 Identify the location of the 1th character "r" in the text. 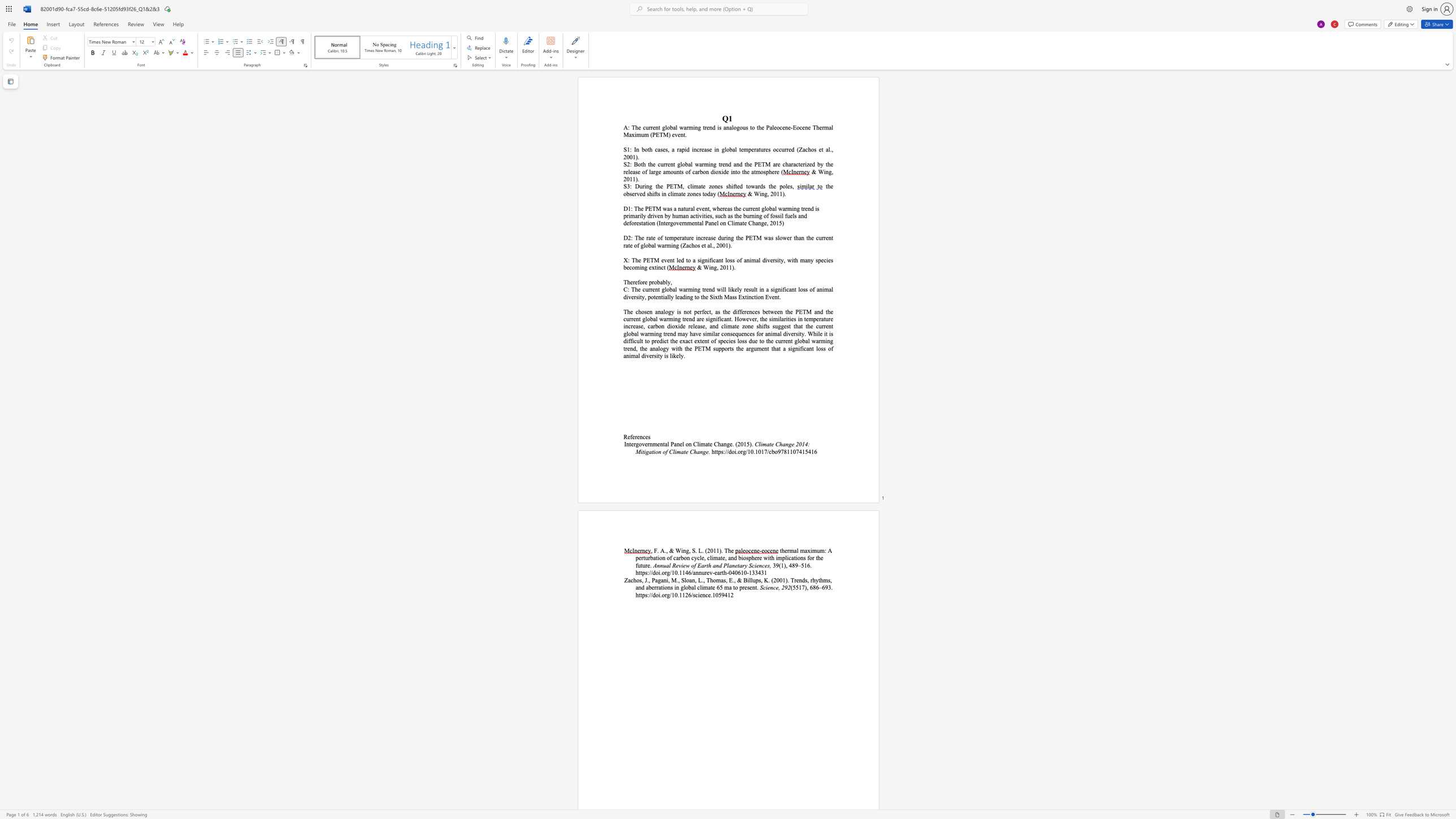
(649, 289).